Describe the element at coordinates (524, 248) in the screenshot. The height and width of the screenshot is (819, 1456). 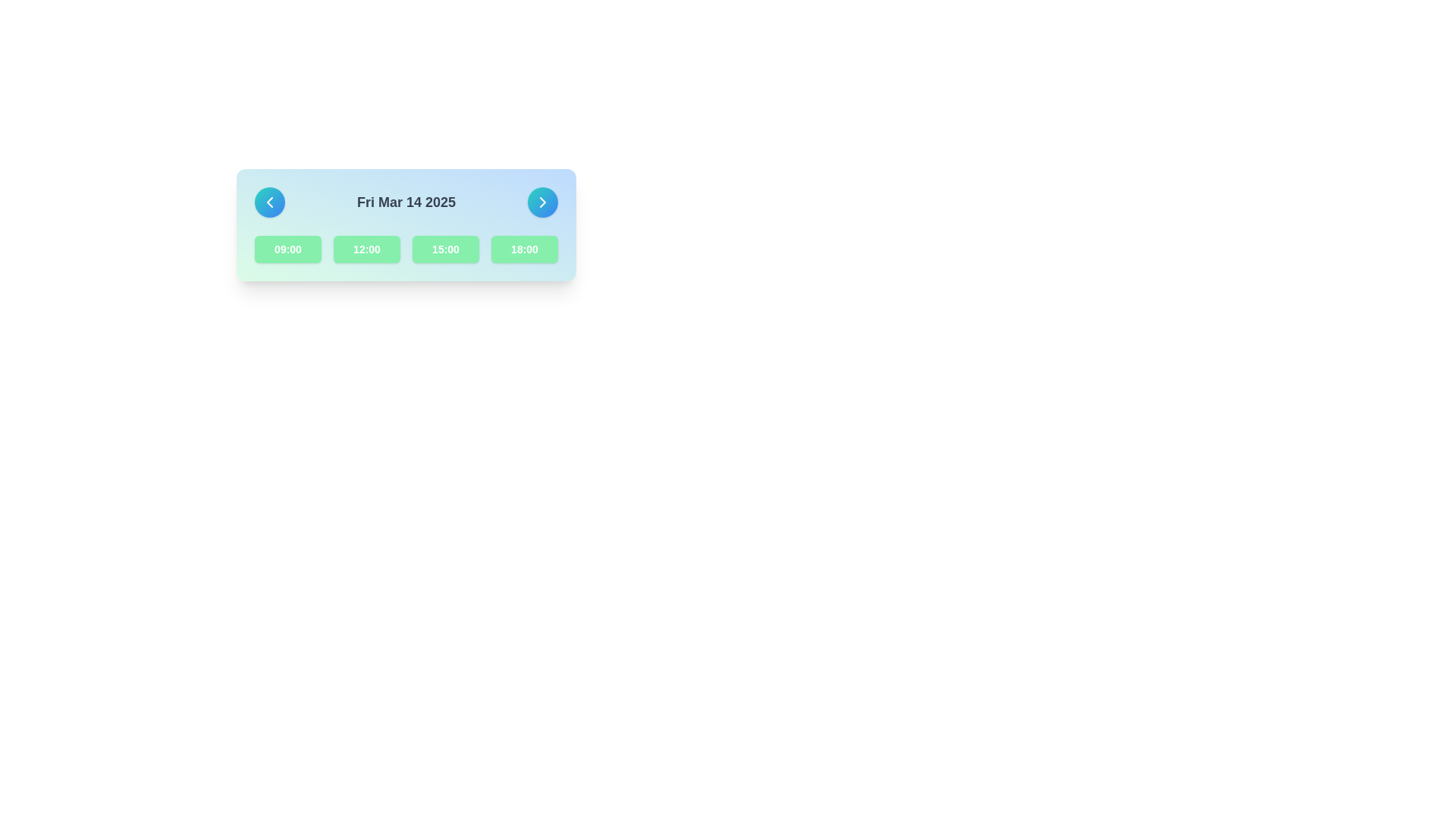
I see `the rectangular button with rounded corners displaying '18:00' in white on a green background located in the bottom-right corner of the grid layout` at that location.